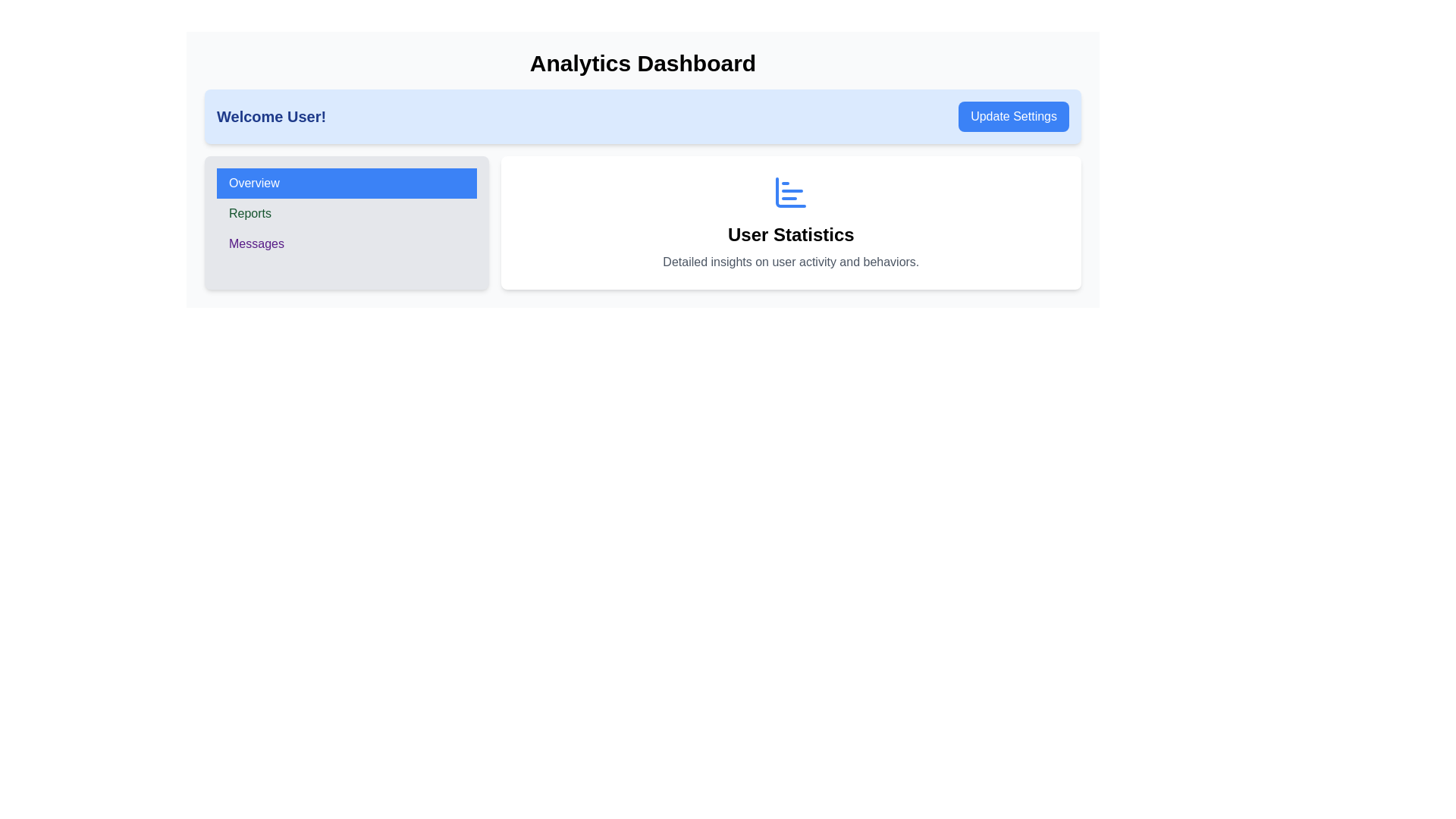 This screenshot has width=1456, height=819. Describe the element at coordinates (1014, 116) in the screenshot. I see `the blue button labeled 'Update Settings' located` at that location.